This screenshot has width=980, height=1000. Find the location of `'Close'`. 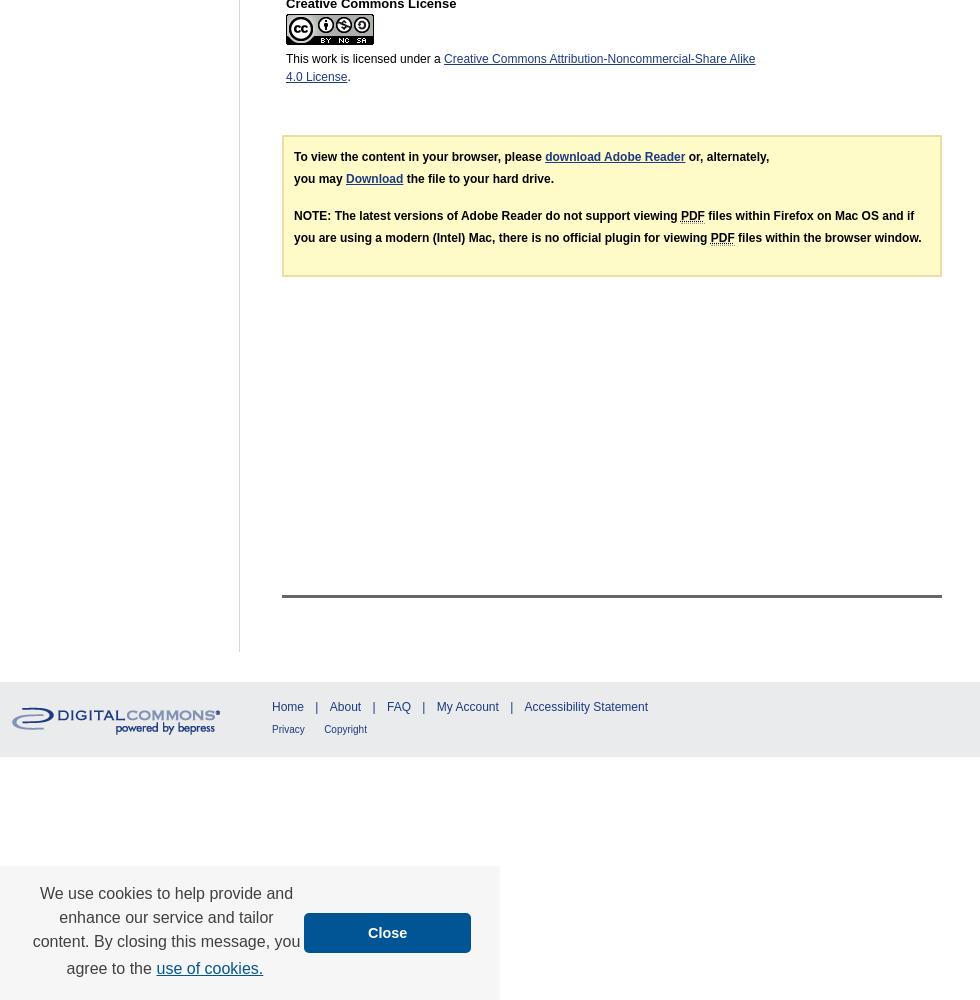

'Close' is located at coordinates (387, 932).